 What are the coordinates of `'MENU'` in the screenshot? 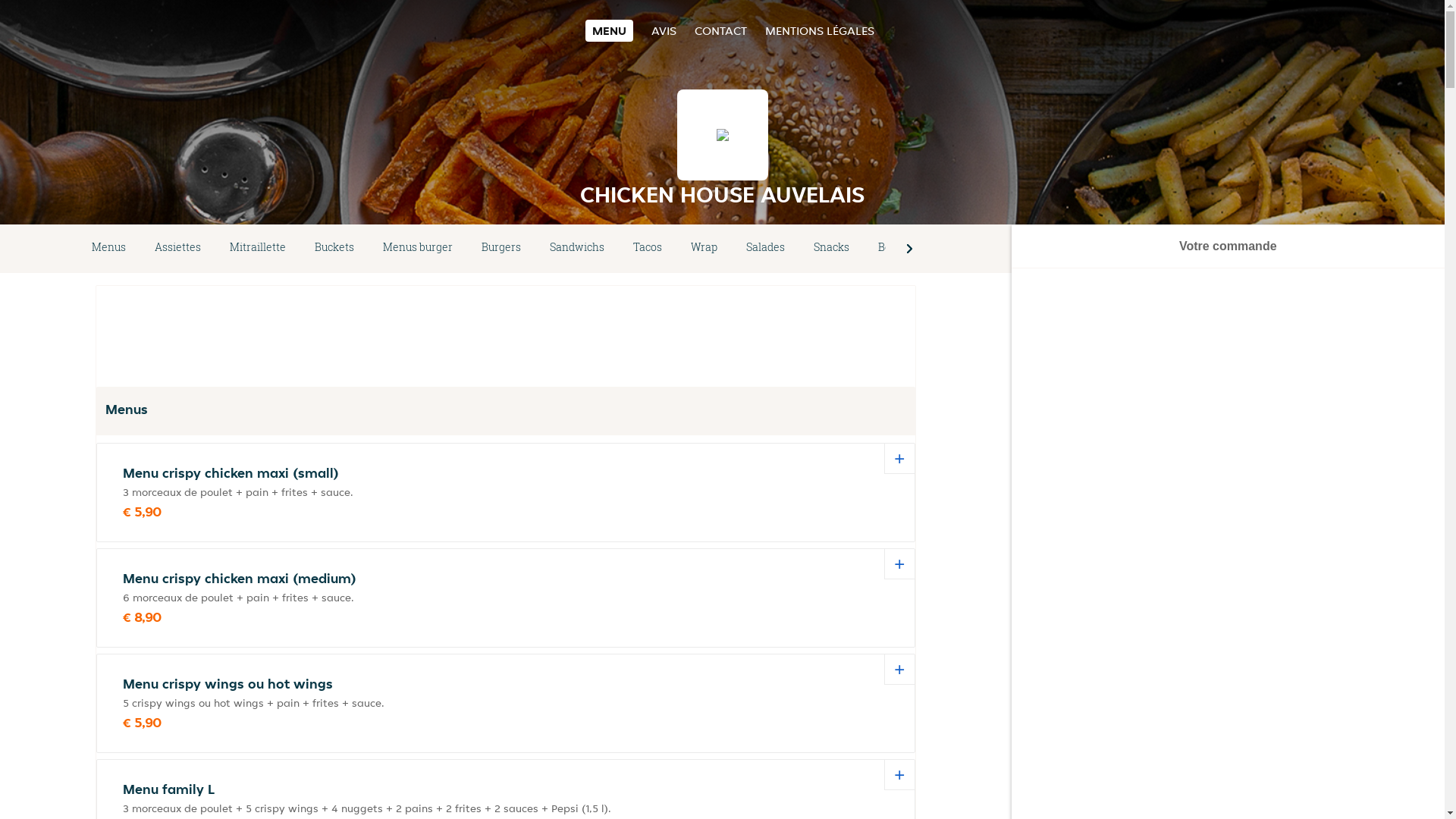 It's located at (609, 30).